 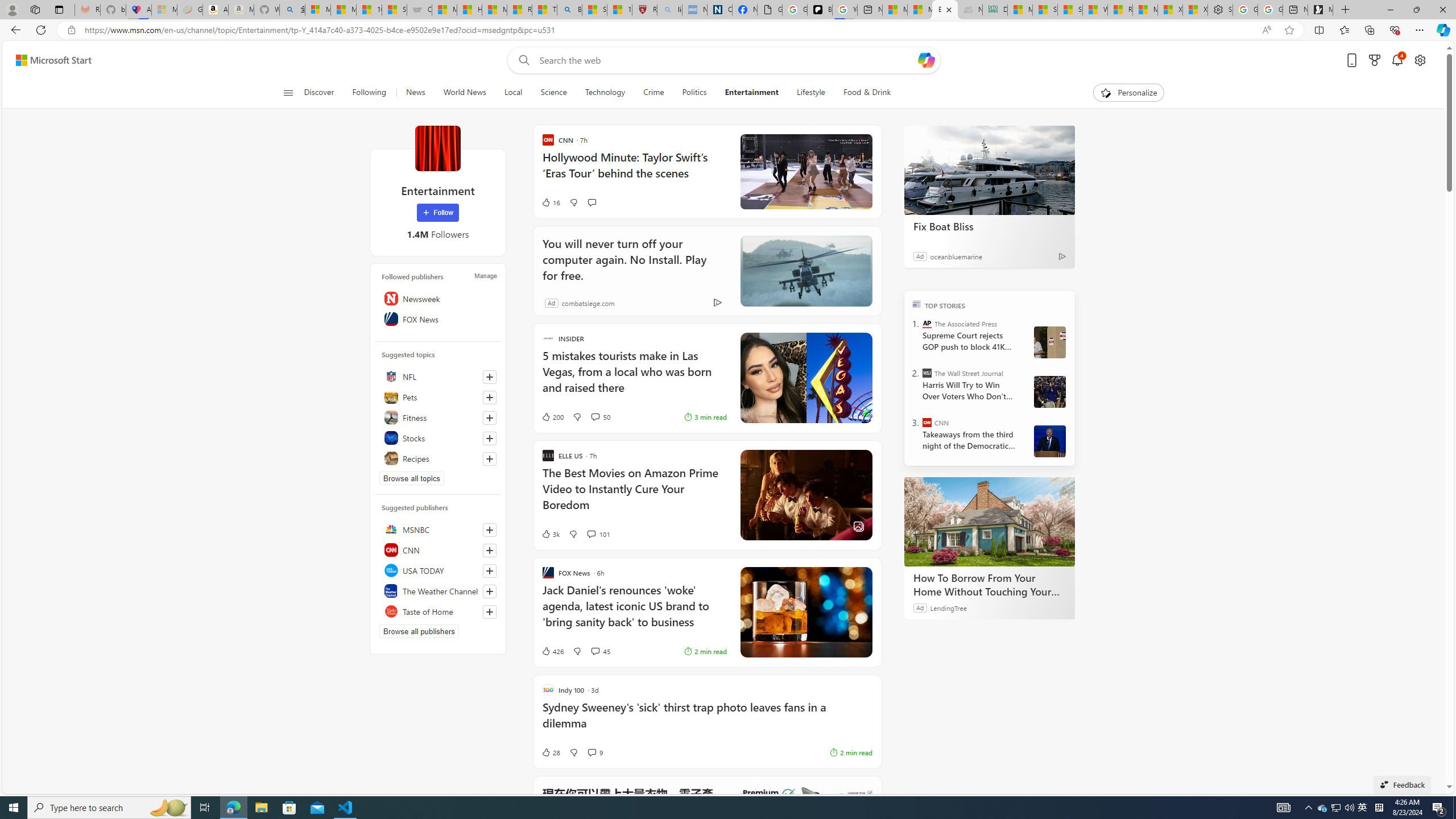 What do you see at coordinates (287, 92) in the screenshot?
I see `'Open navigation menu'` at bounding box center [287, 92].